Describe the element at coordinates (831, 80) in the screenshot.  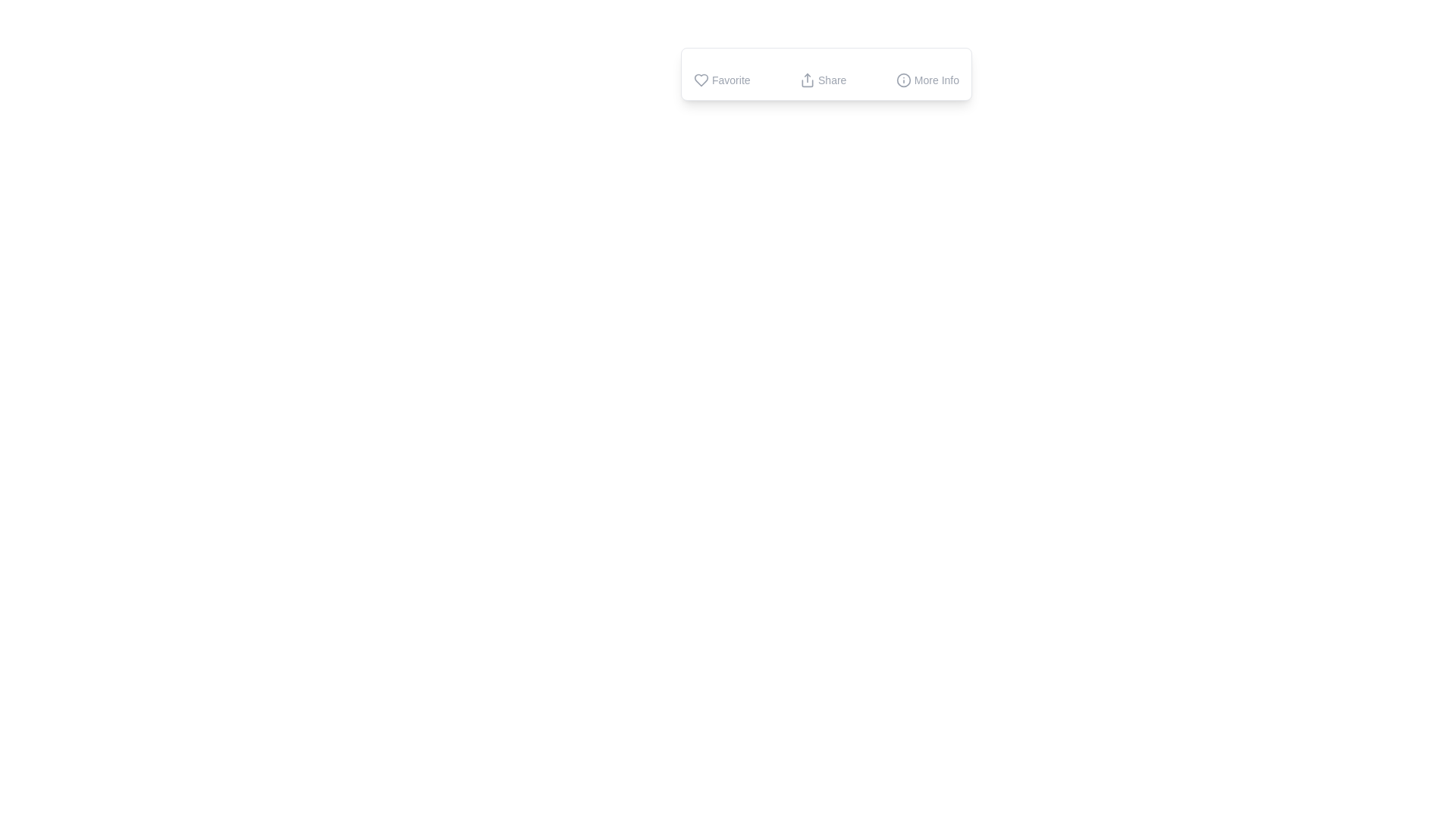
I see `the small gray 'Share' label located next to the 'Share' icon in the top right section of the toolbar` at that location.